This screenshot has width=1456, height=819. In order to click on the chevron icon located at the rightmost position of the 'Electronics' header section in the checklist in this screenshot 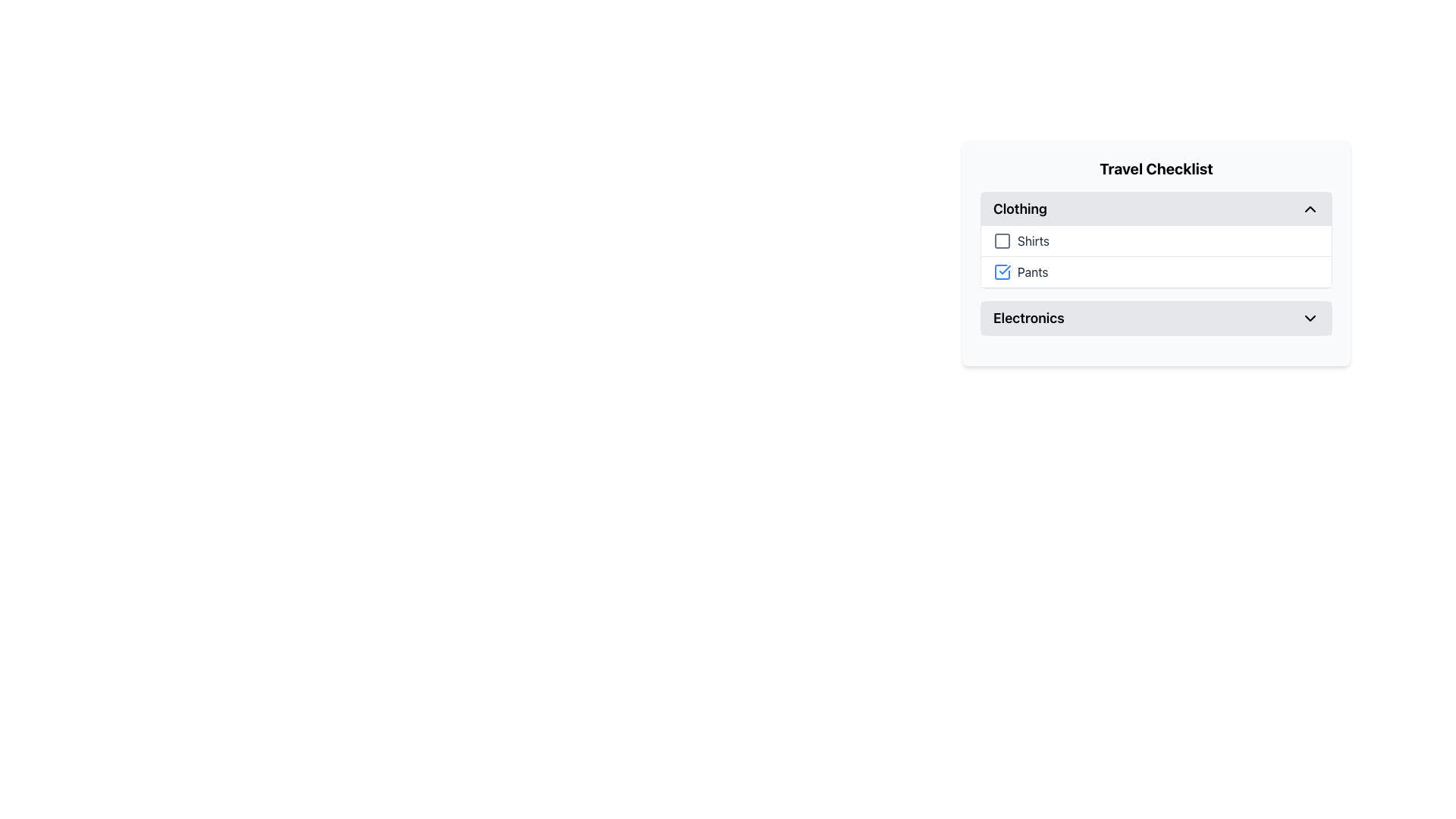, I will do `click(1310, 318)`.